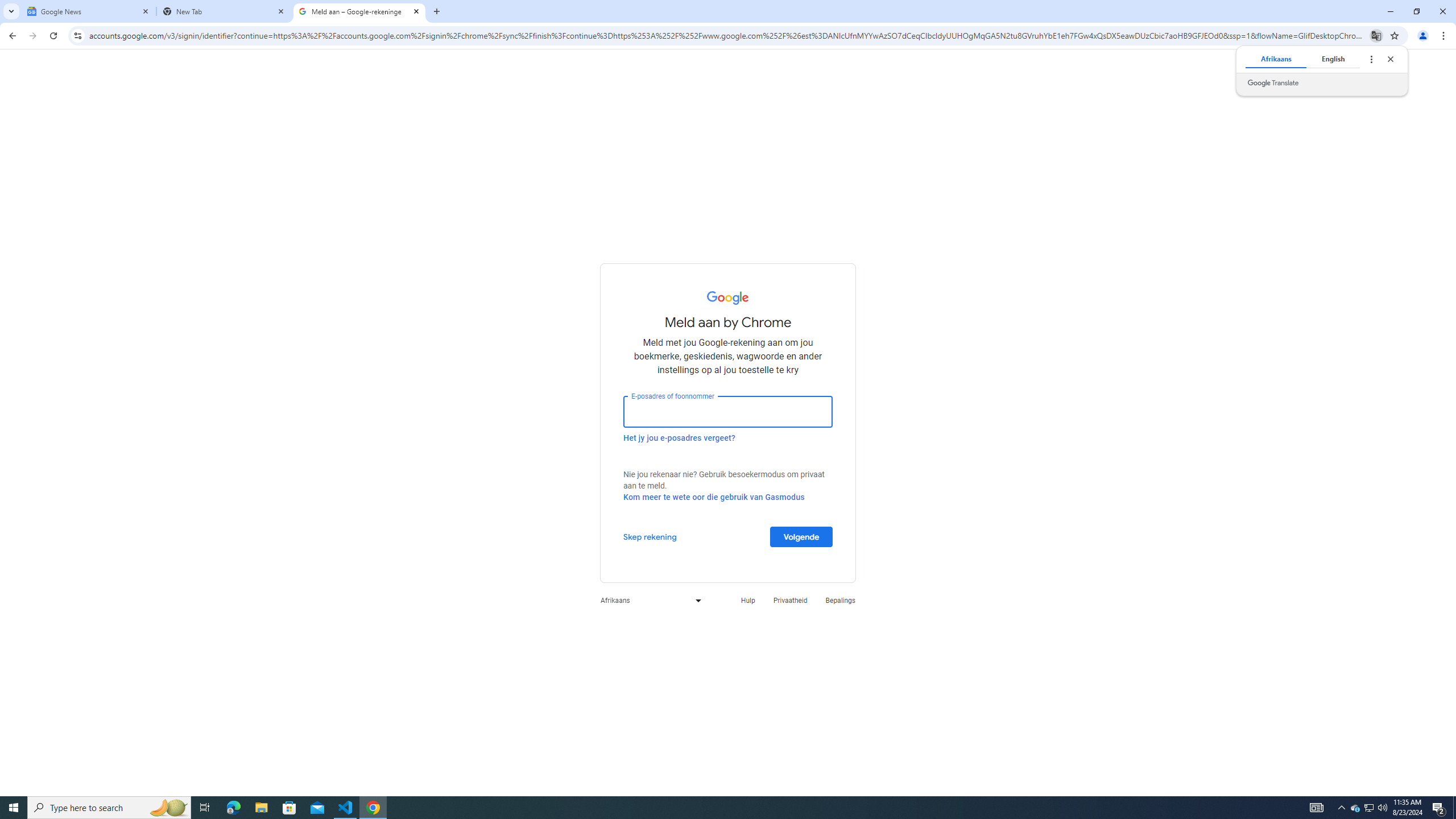 Image resolution: width=1456 pixels, height=819 pixels. Describe the element at coordinates (224, 11) in the screenshot. I see `'New Tab'` at that location.